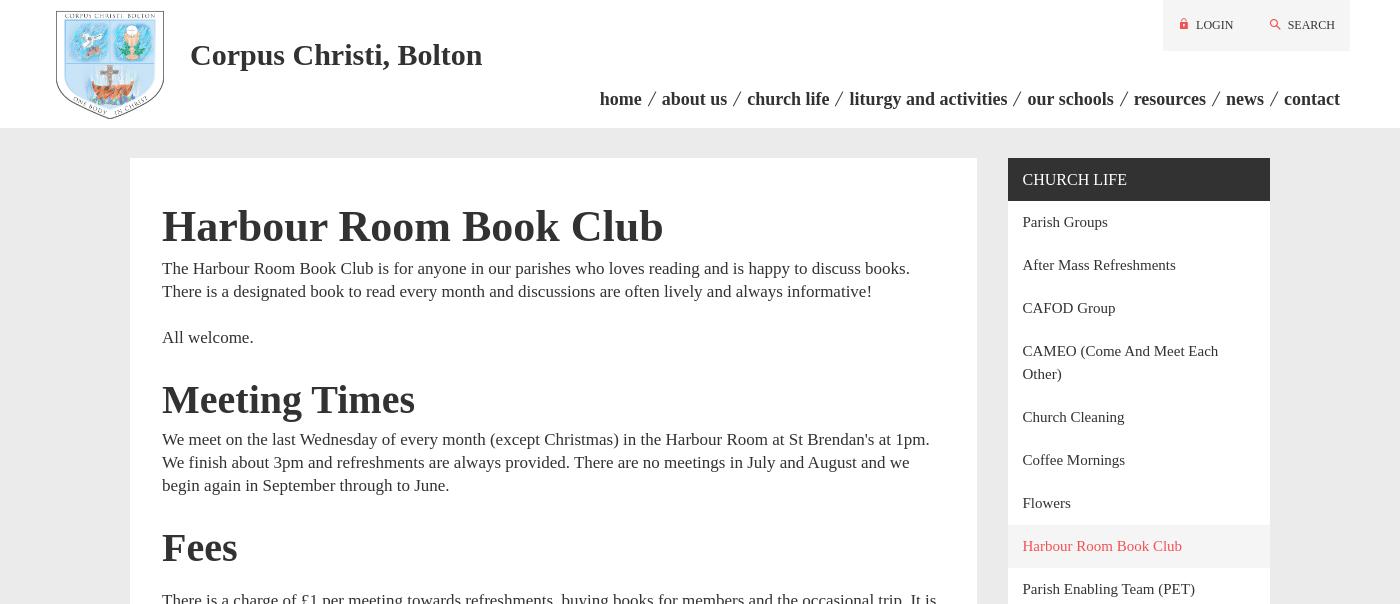  What do you see at coordinates (207, 335) in the screenshot?
I see `'All welcome.'` at bounding box center [207, 335].